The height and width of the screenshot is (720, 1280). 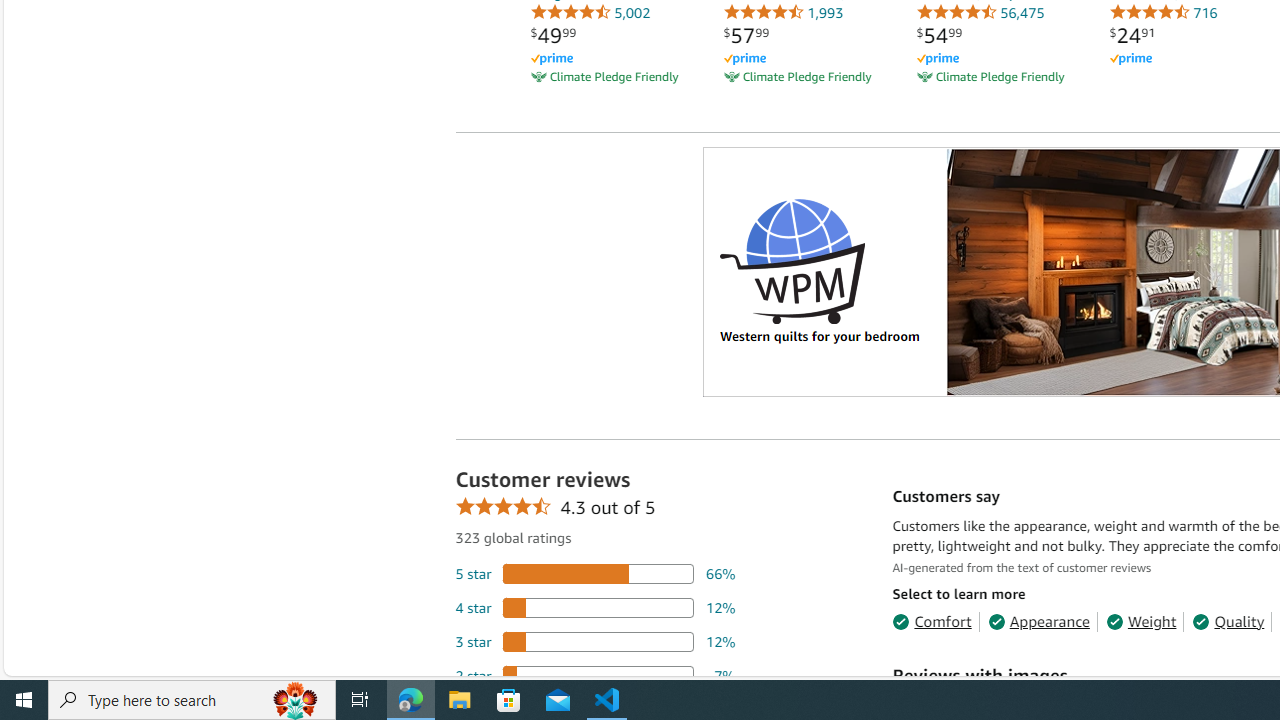 I want to click on 'Appearance', so click(x=1038, y=620).